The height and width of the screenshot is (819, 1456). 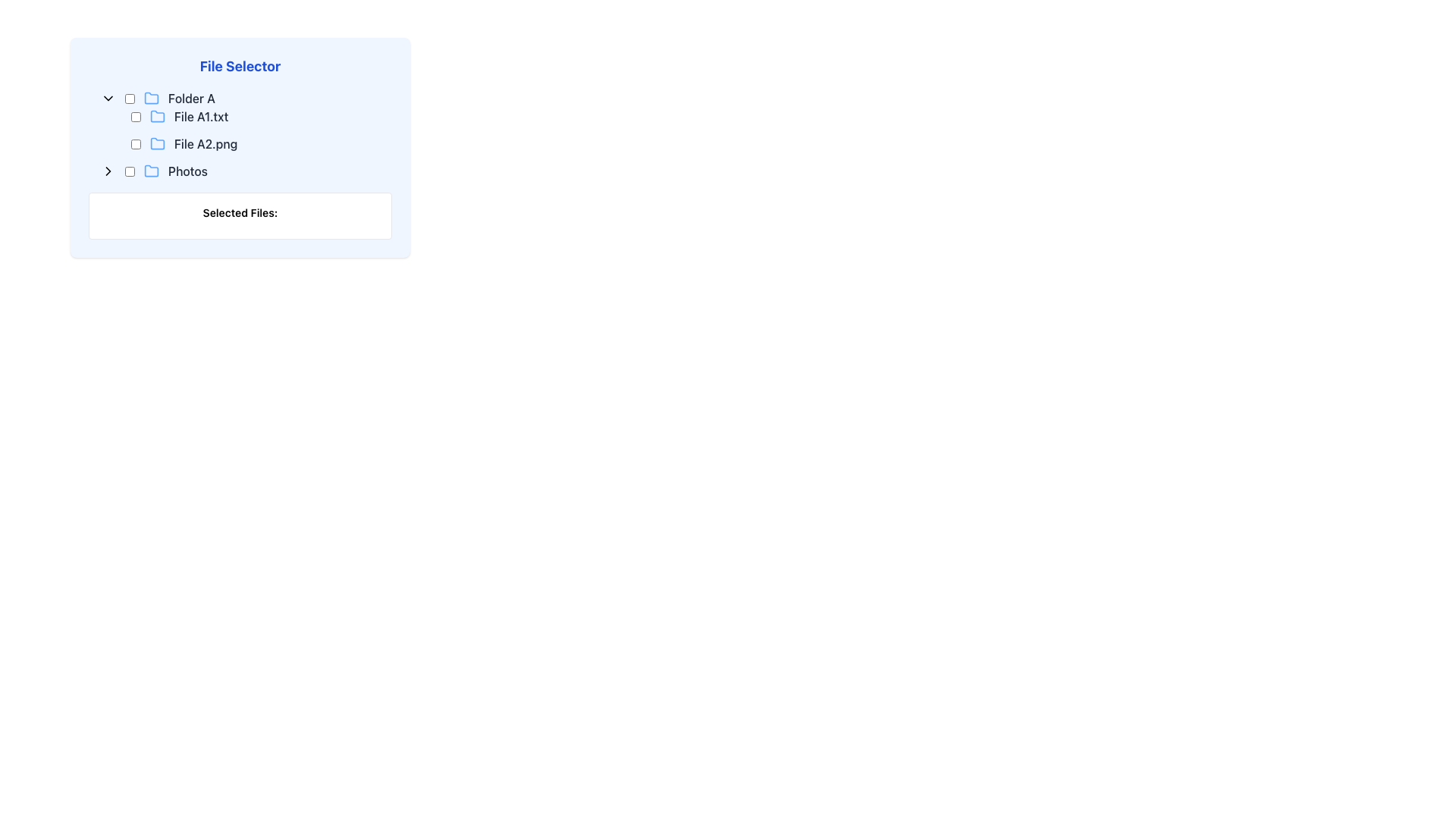 What do you see at coordinates (246, 99) in the screenshot?
I see `the checkbox of the folder named 'Folder A'` at bounding box center [246, 99].